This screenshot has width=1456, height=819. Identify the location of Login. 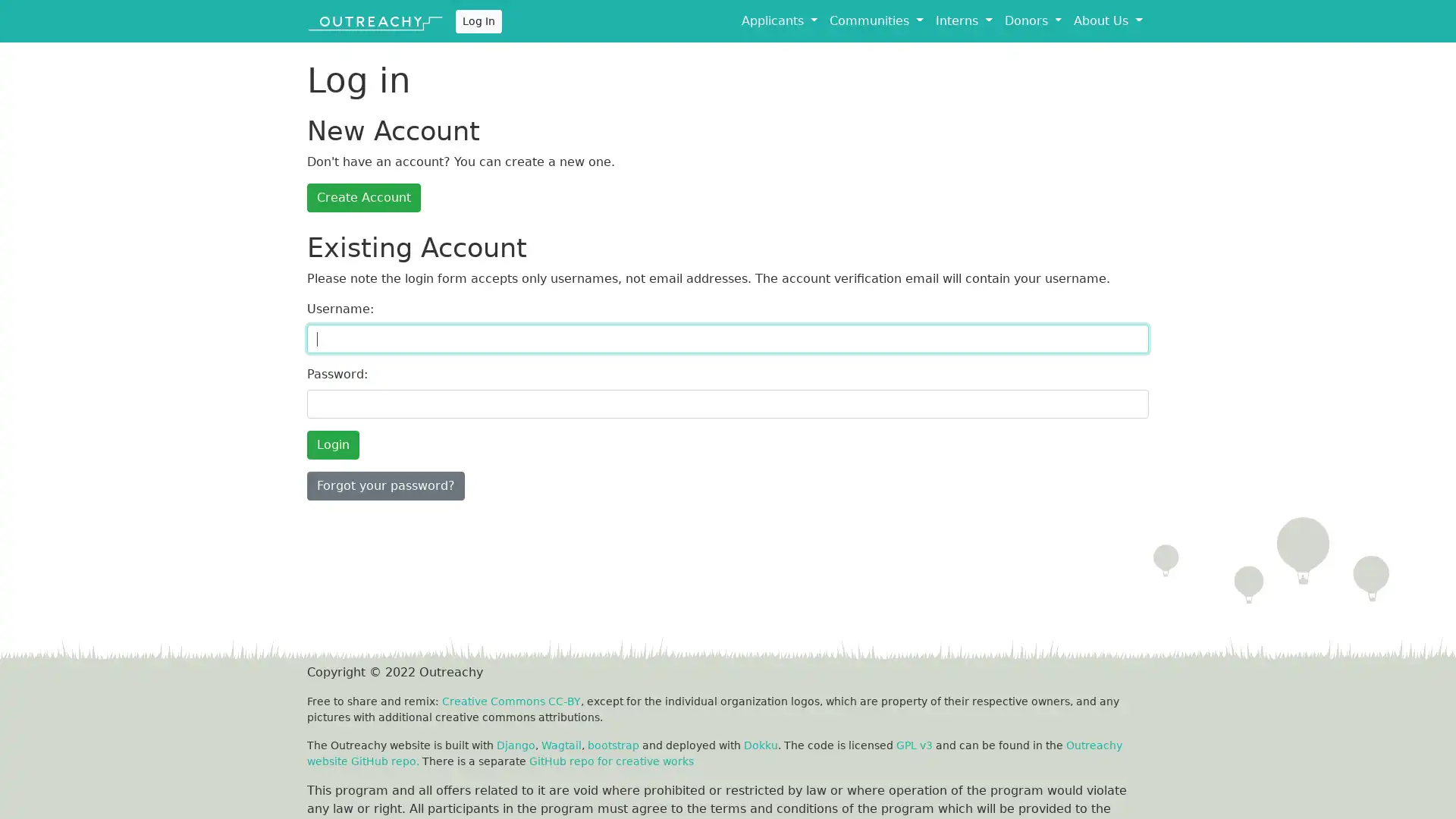
(332, 444).